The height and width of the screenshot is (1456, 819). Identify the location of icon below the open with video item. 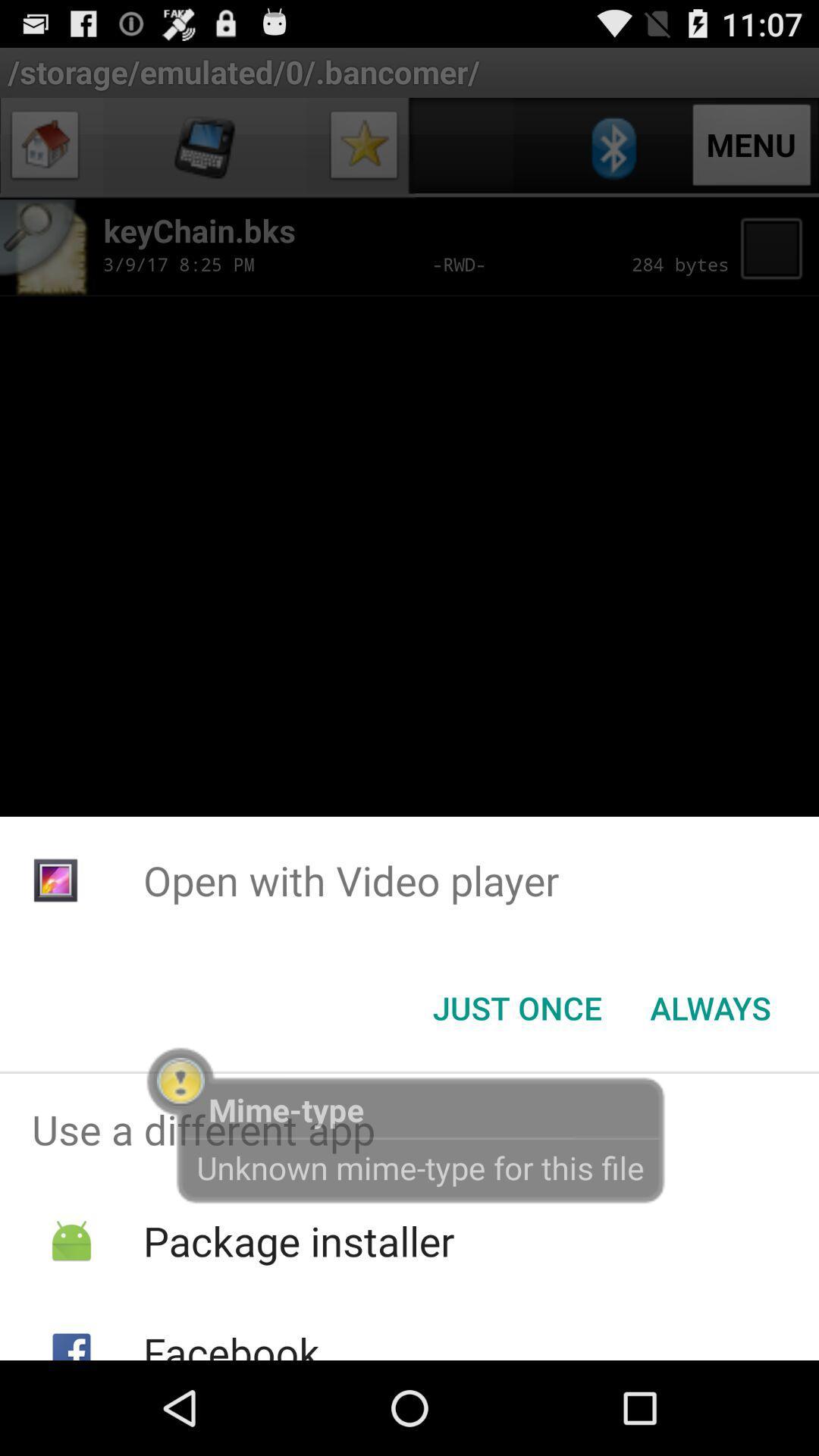
(711, 1008).